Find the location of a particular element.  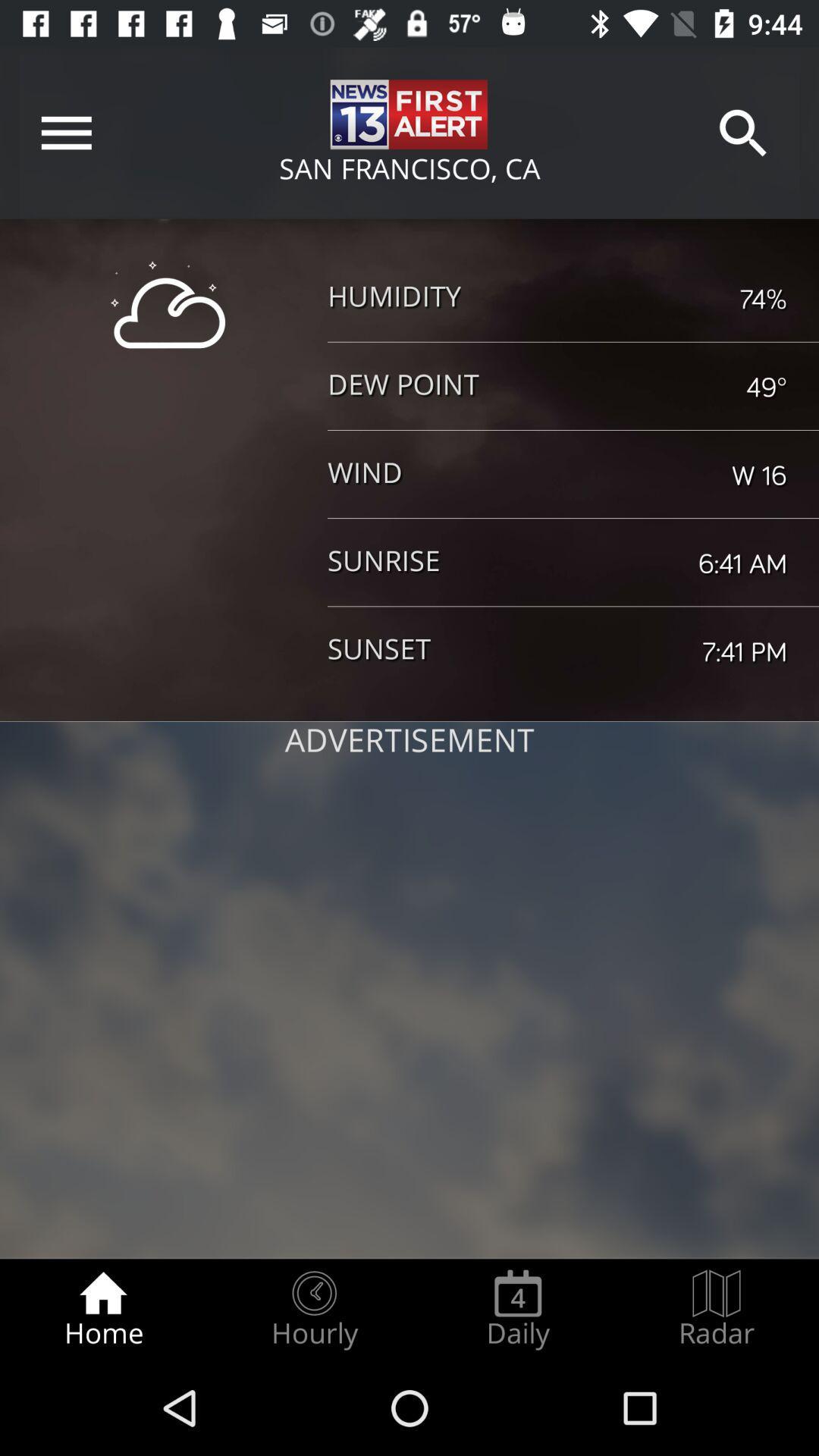

the daily radio button is located at coordinates (517, 1309).